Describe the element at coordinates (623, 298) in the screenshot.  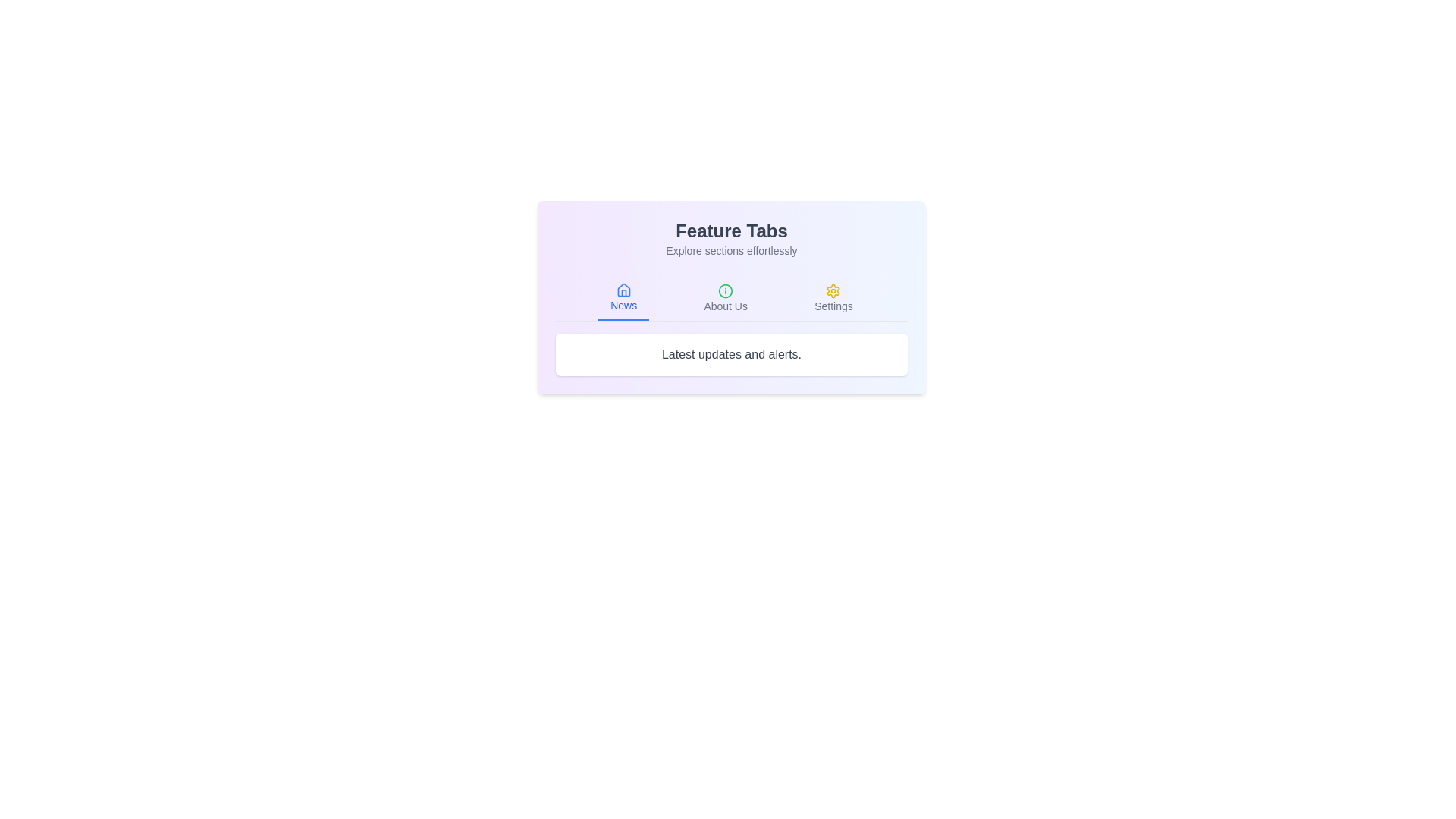
I see `the tab labeled News` at that location.